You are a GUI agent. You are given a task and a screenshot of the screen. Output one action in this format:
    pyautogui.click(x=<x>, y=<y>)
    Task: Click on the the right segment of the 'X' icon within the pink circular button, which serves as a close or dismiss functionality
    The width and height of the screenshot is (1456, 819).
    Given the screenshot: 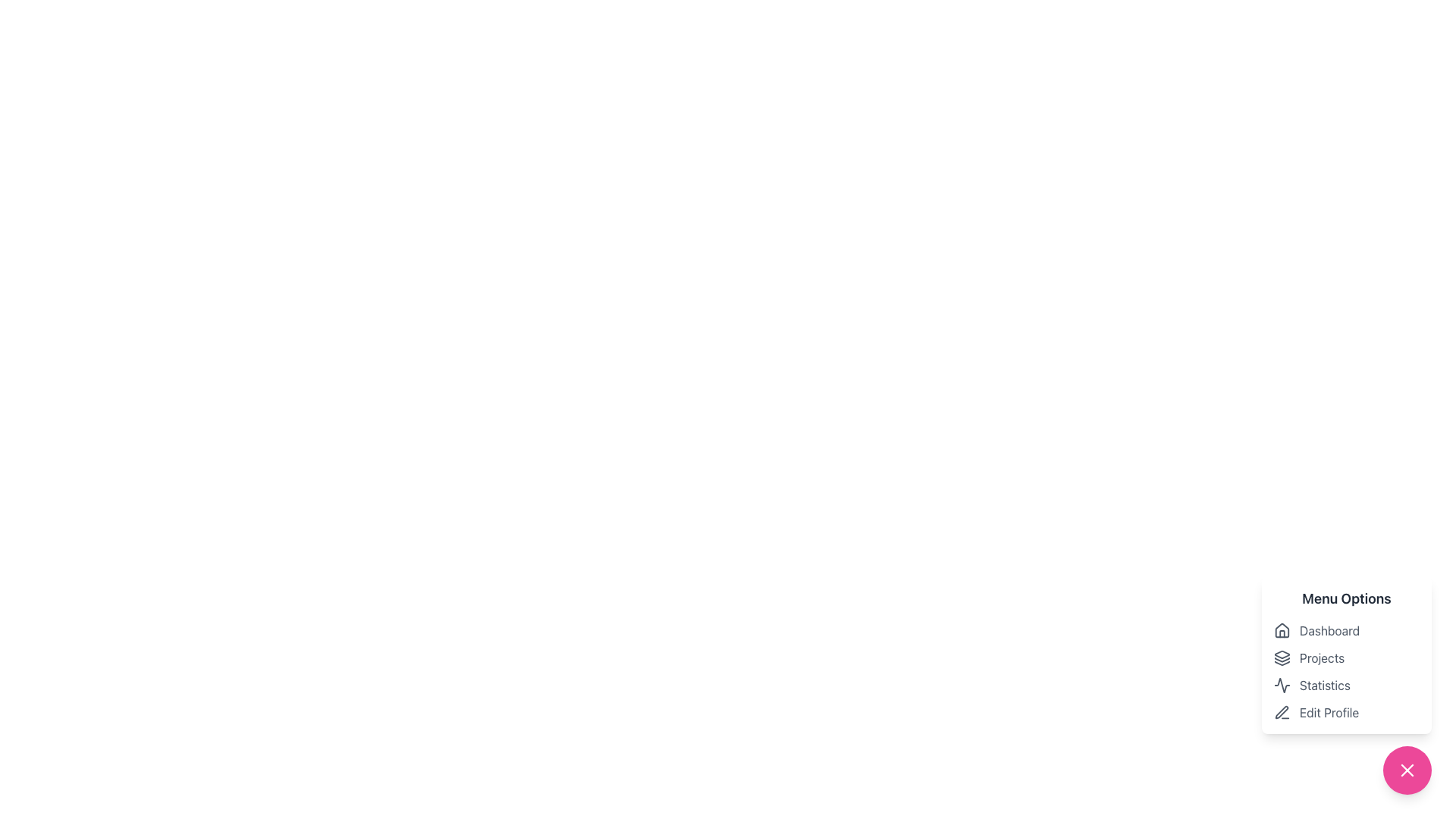 What is the action you would take?
    pyautogui.click(x=1407, y=770)
    